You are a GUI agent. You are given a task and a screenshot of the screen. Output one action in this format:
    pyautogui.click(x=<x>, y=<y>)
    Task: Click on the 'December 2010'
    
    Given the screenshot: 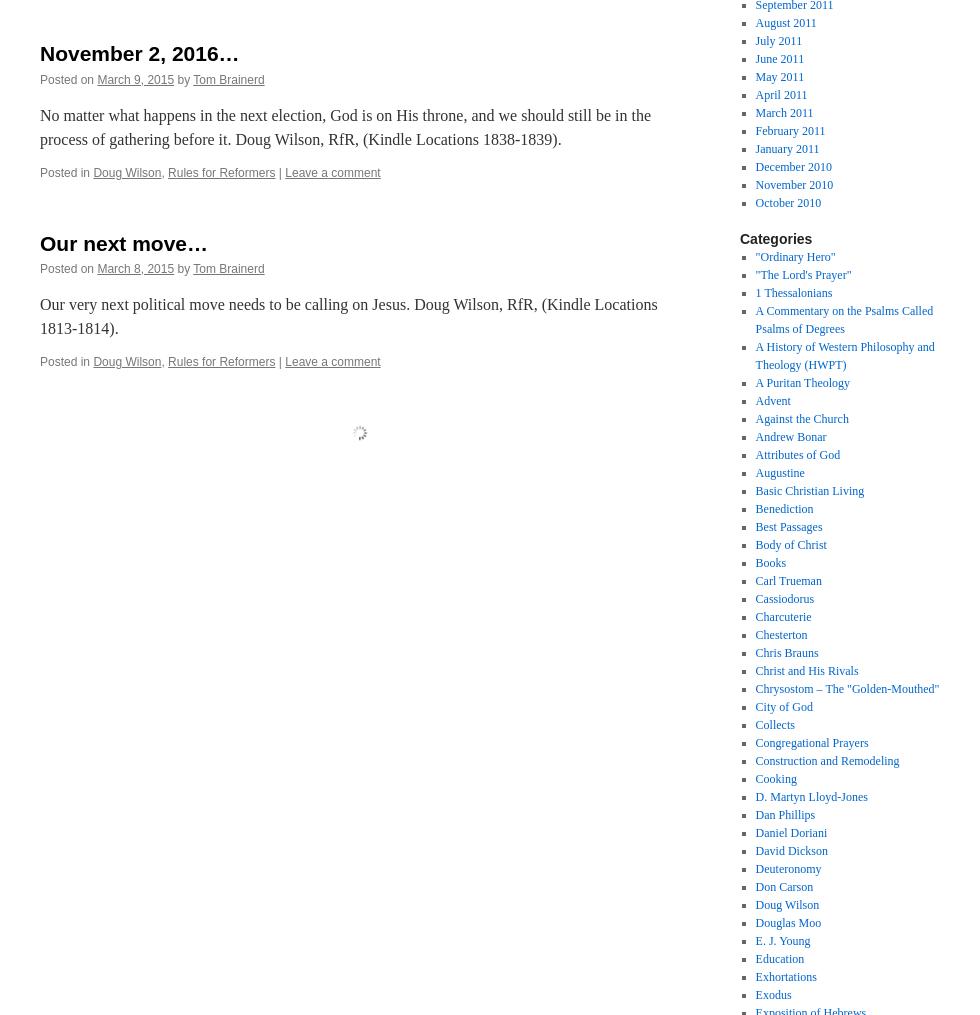 What is the action you would take?
    pyautogui.click(x=754, y=165)
    